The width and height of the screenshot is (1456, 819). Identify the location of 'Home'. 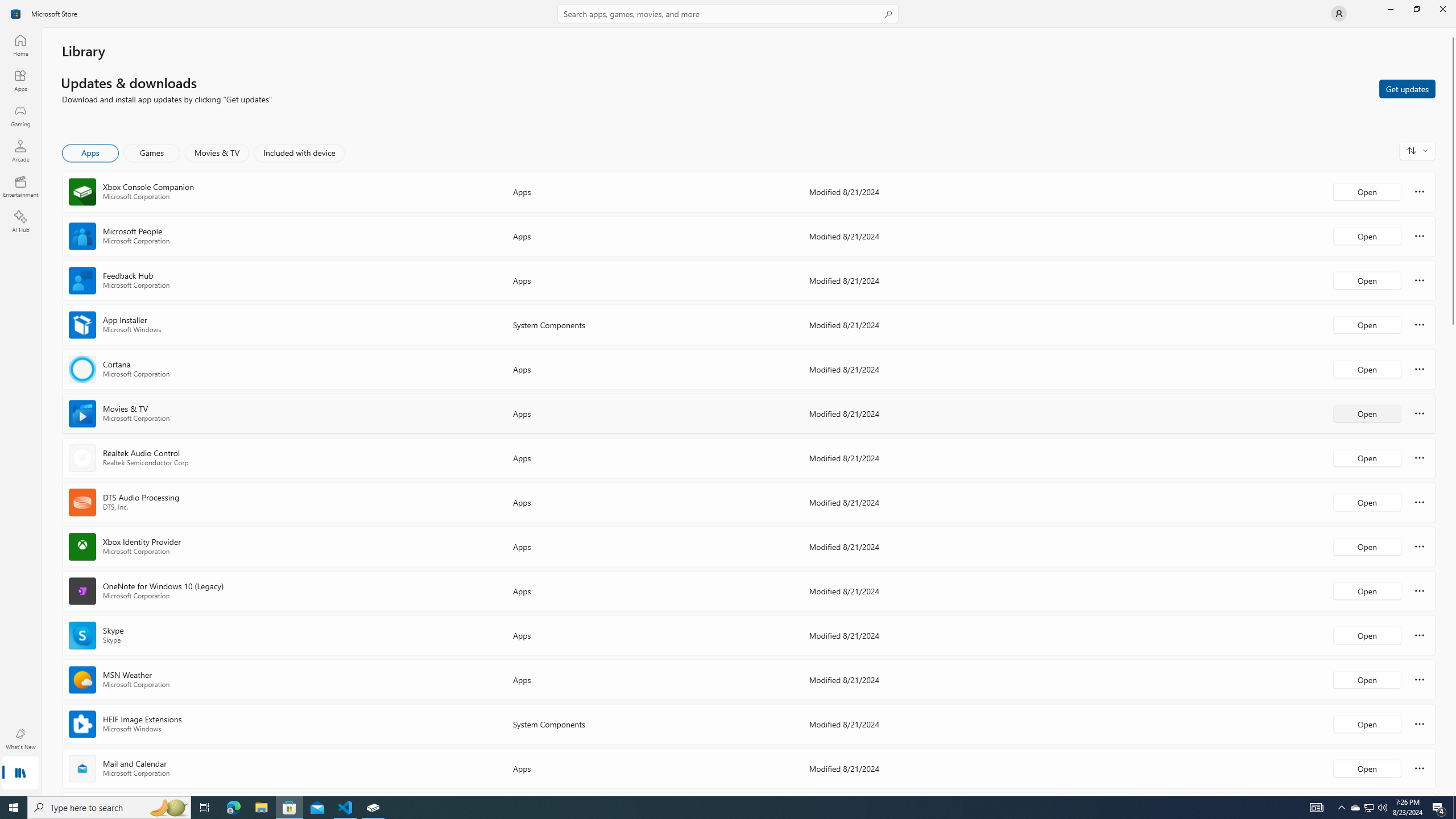
(19, 44).